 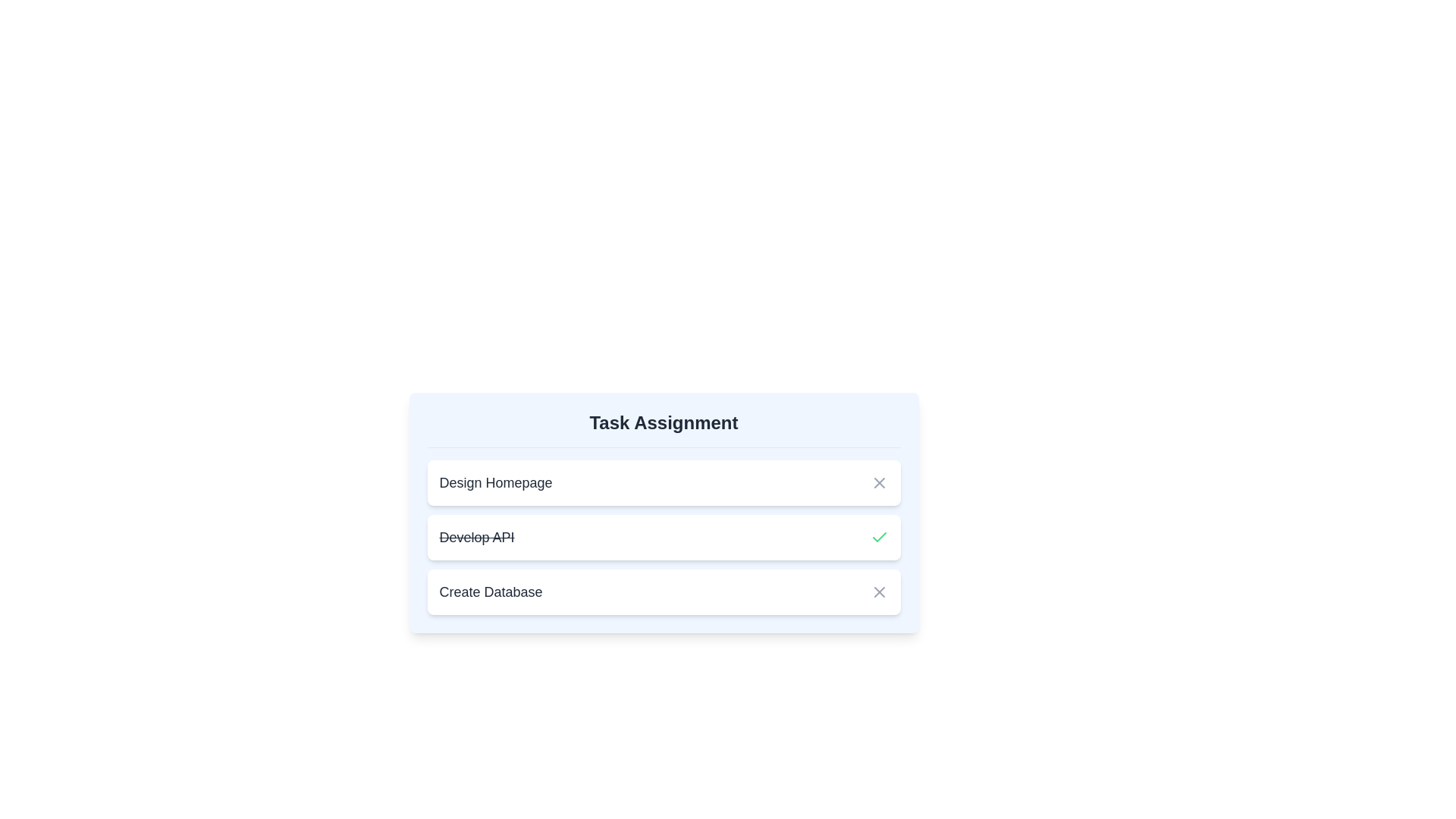 I want to click on the small gray icon button shaped like a close 'X' symbol, located to the right of the 'Create Database' text, so click(x=879, y=591).